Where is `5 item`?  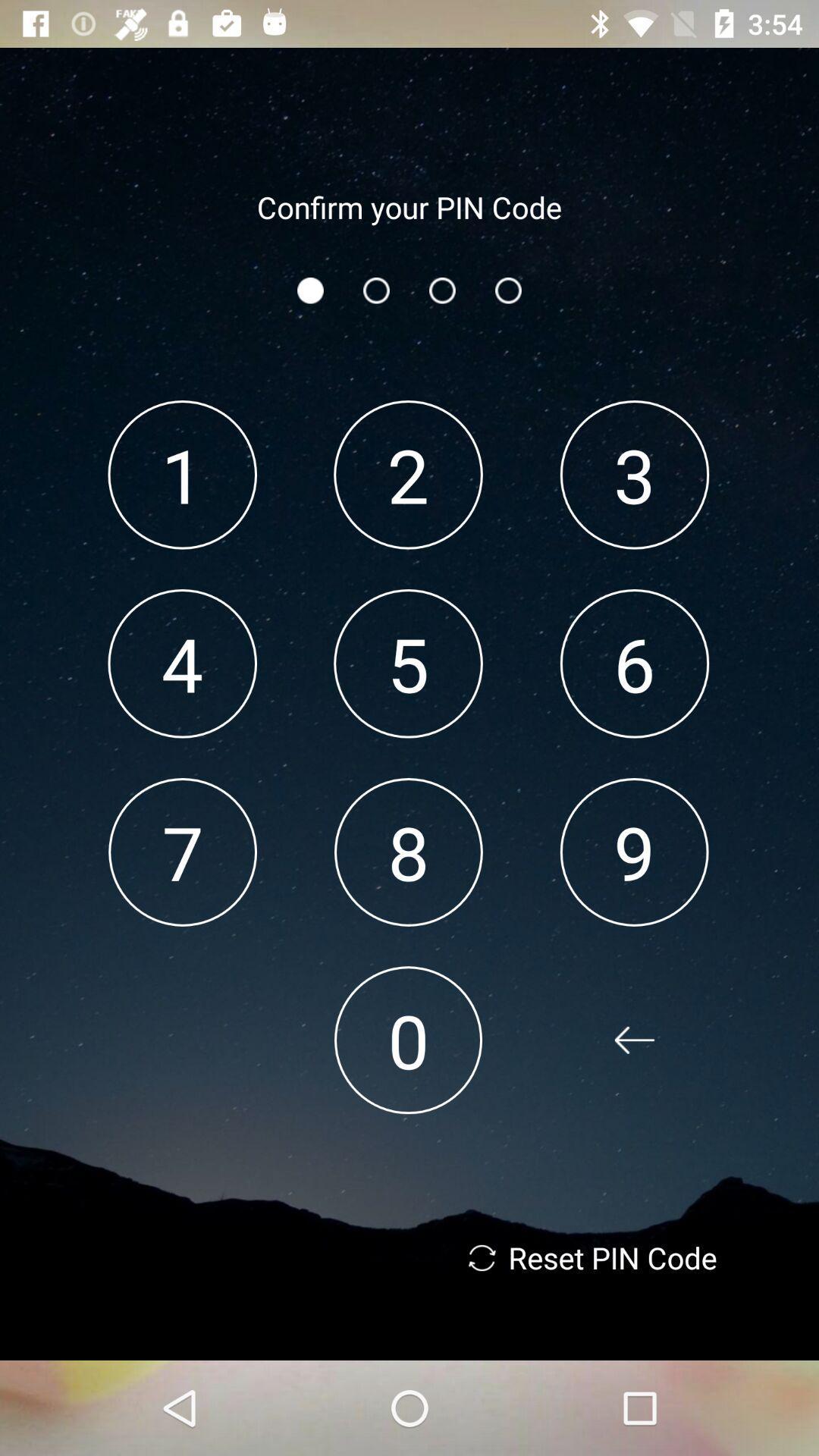
5 item is located at coordinates (407, 664).